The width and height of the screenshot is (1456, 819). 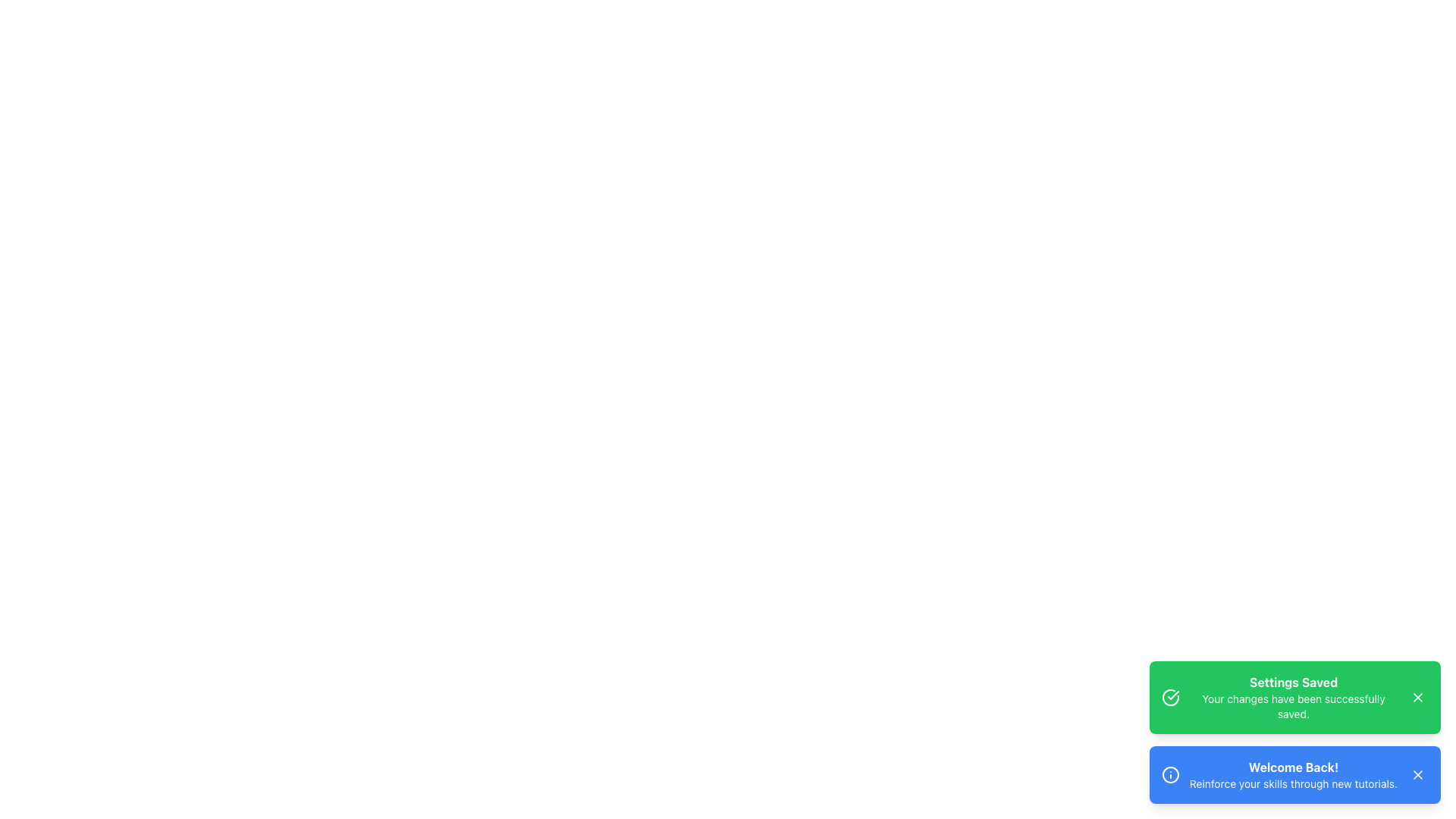 What do you see at coordinates (1417, 698) in the screenshot?
I see `the Close button located at the bottom-right corner of the interface` at bounding box center [1417, 698].